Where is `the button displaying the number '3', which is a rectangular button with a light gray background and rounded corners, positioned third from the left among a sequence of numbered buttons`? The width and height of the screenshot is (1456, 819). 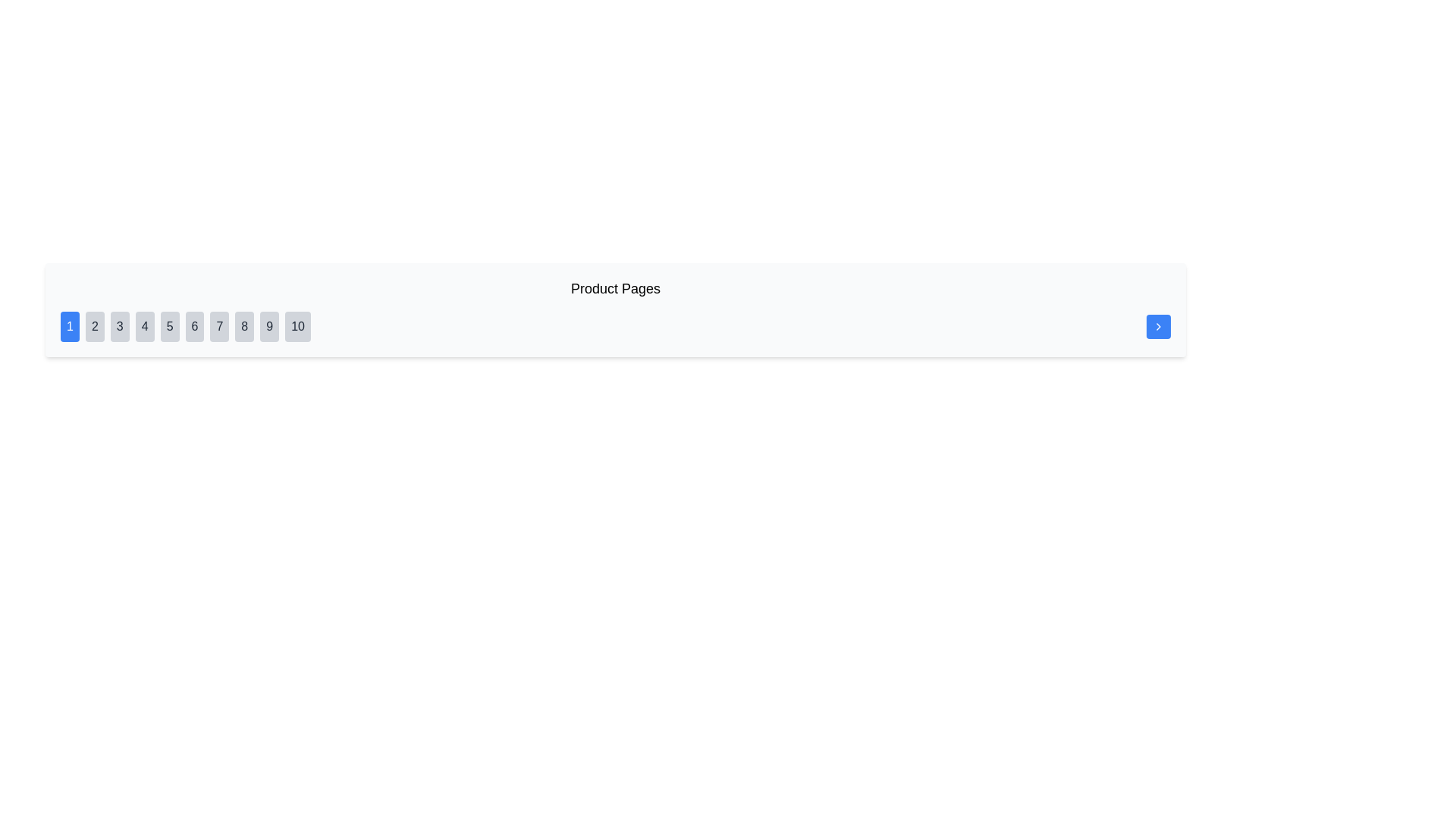 the button displaying the number '3', which is a rectangular button with a light gray background and rounded corners, positioned third from the left among a sequence of numbered buttons is located at coordinates (119, 326).